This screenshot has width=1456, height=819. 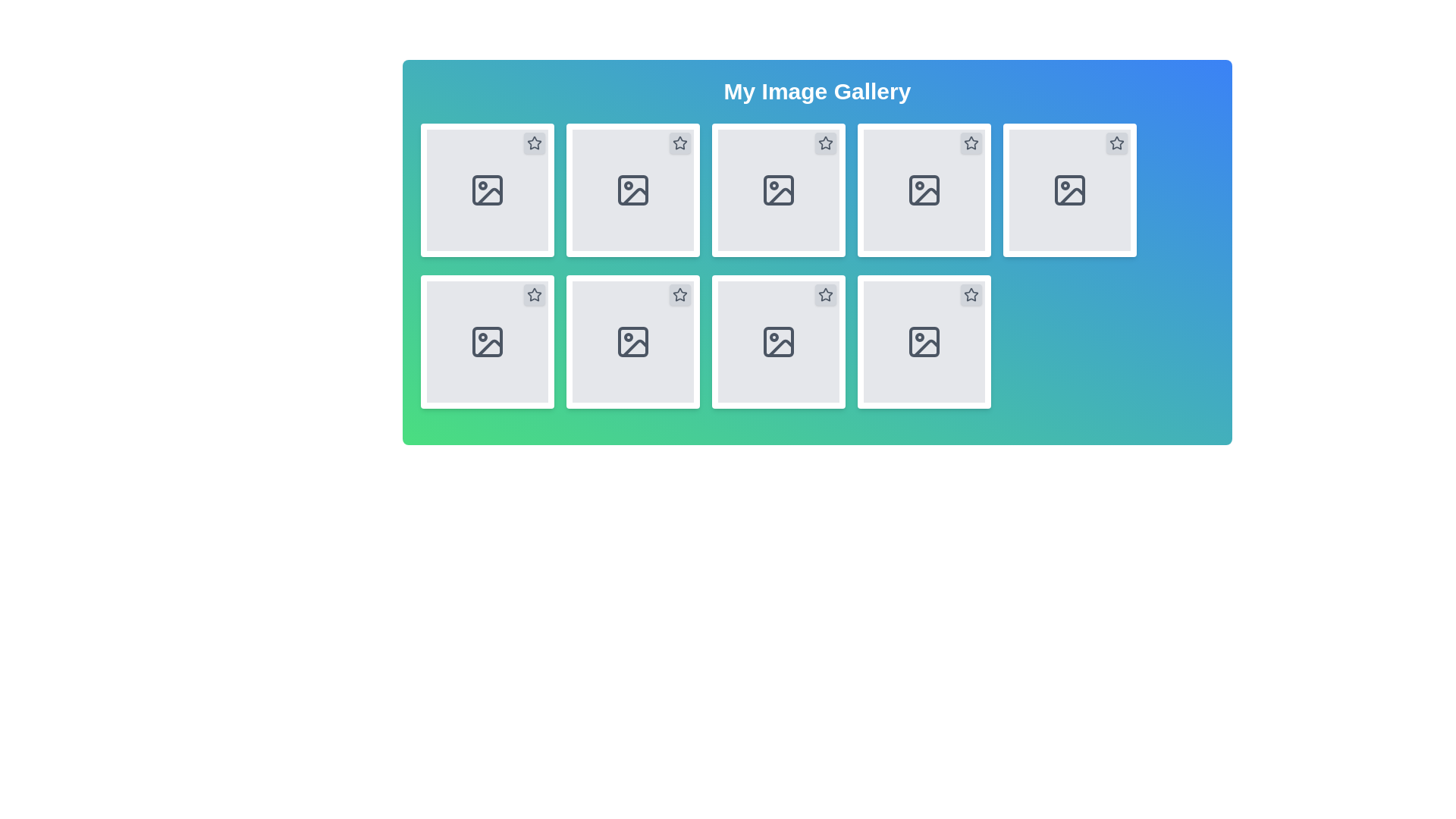 I want to click on the icon part represented by the SVG rectangle with rounded corners located in the bottom-left corner of a 3x3 grid layout, so click(x=488, y=342).